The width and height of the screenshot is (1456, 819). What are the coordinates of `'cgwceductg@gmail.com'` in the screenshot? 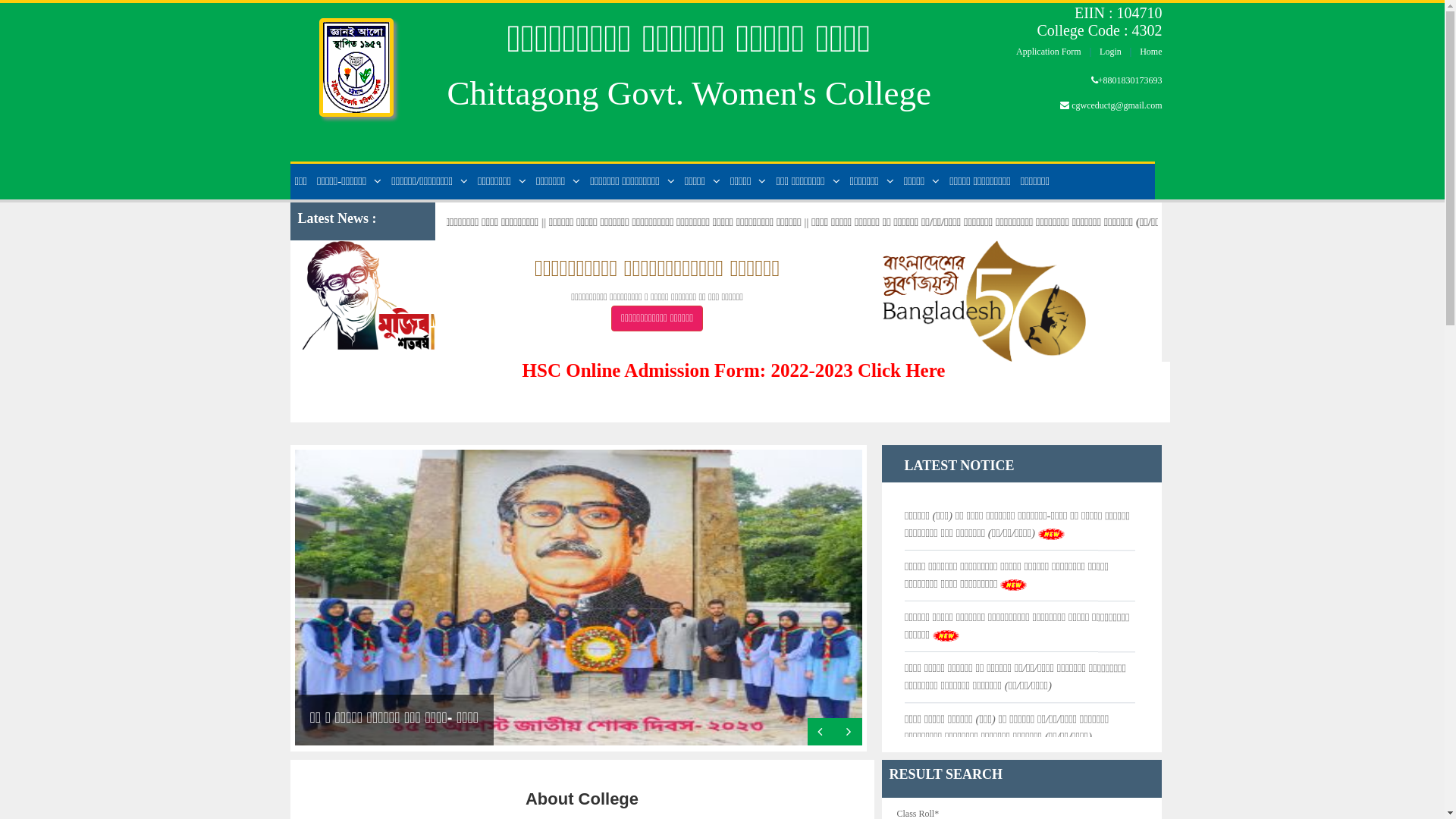 It's located at (1116, 104).